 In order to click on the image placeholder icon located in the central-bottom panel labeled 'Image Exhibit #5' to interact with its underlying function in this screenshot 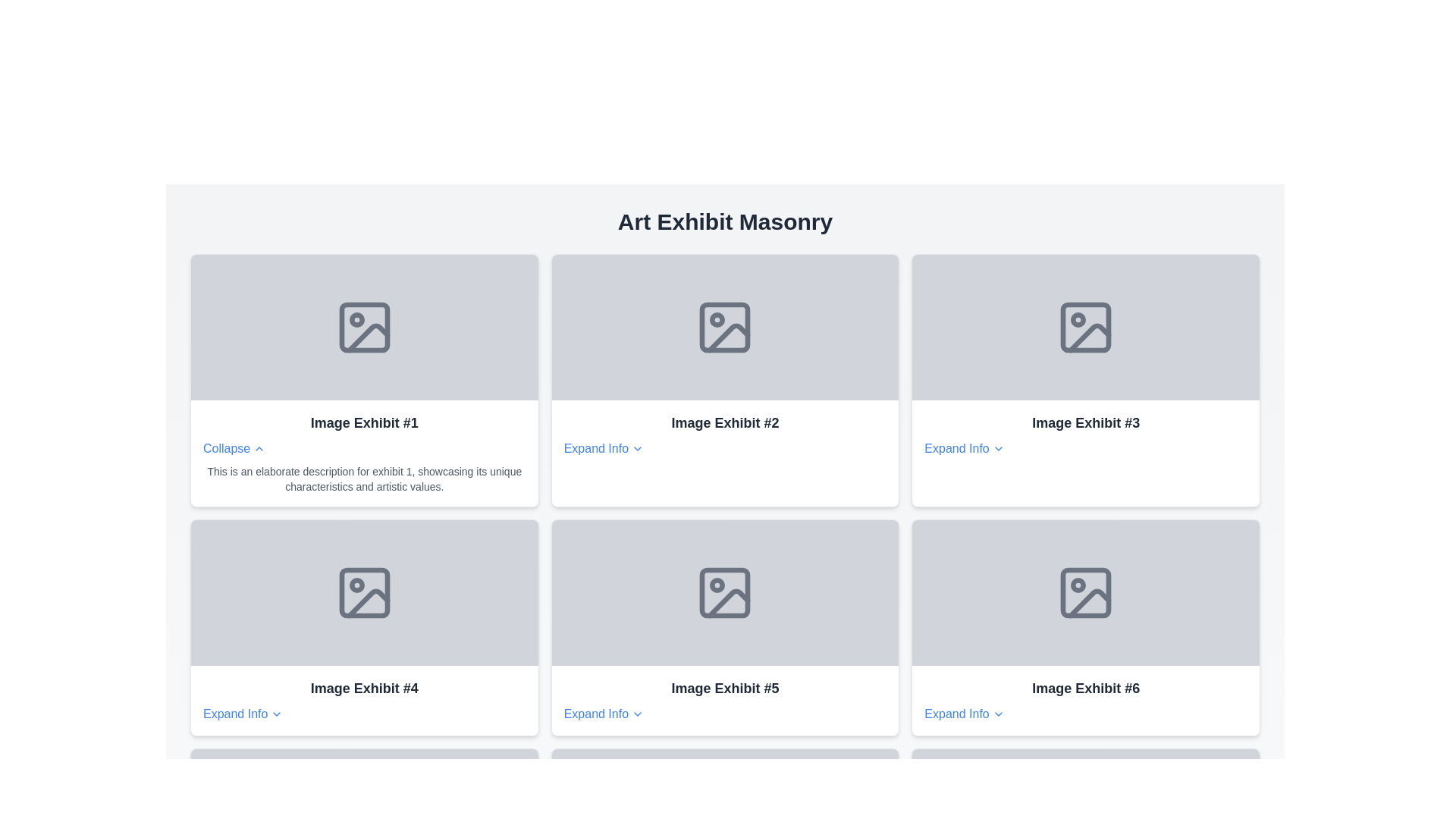, I will do `click(724, 592)`.